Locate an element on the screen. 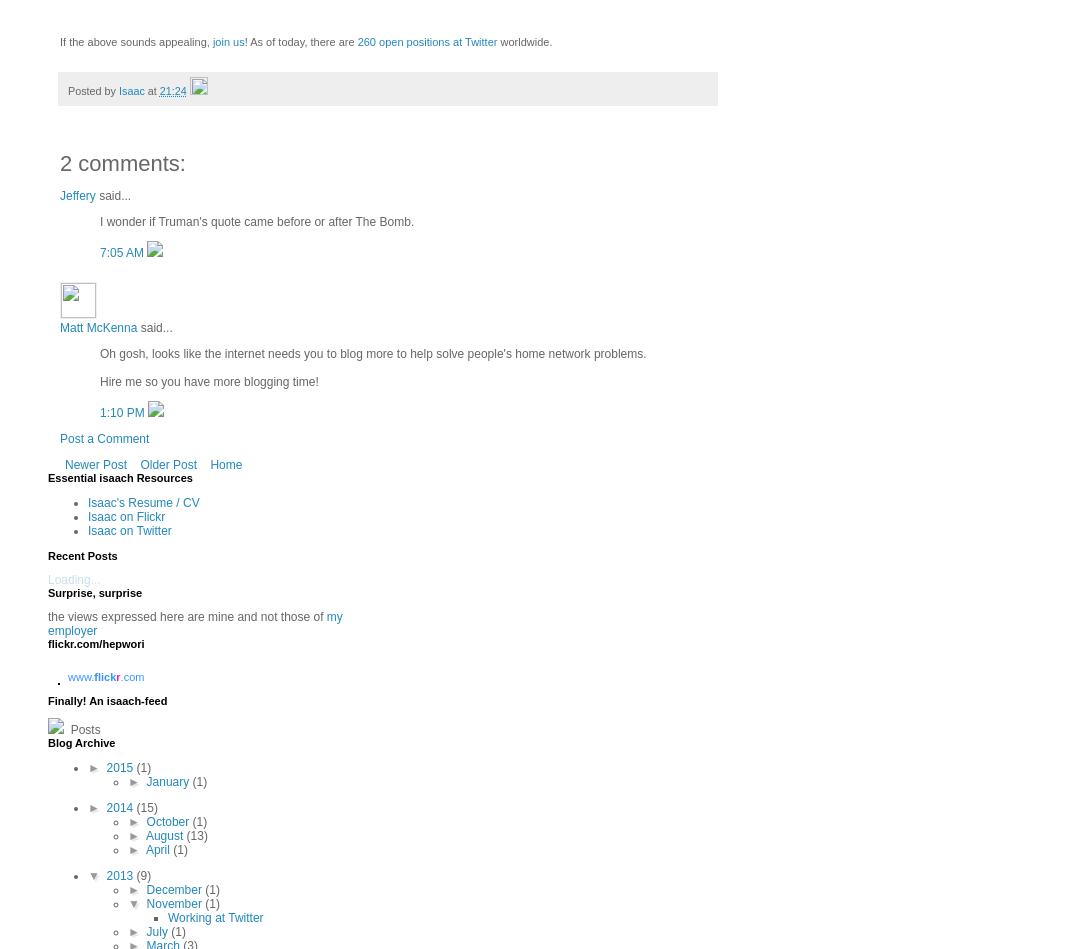  'Matt McKenna' is located at coordinates (97, 327).